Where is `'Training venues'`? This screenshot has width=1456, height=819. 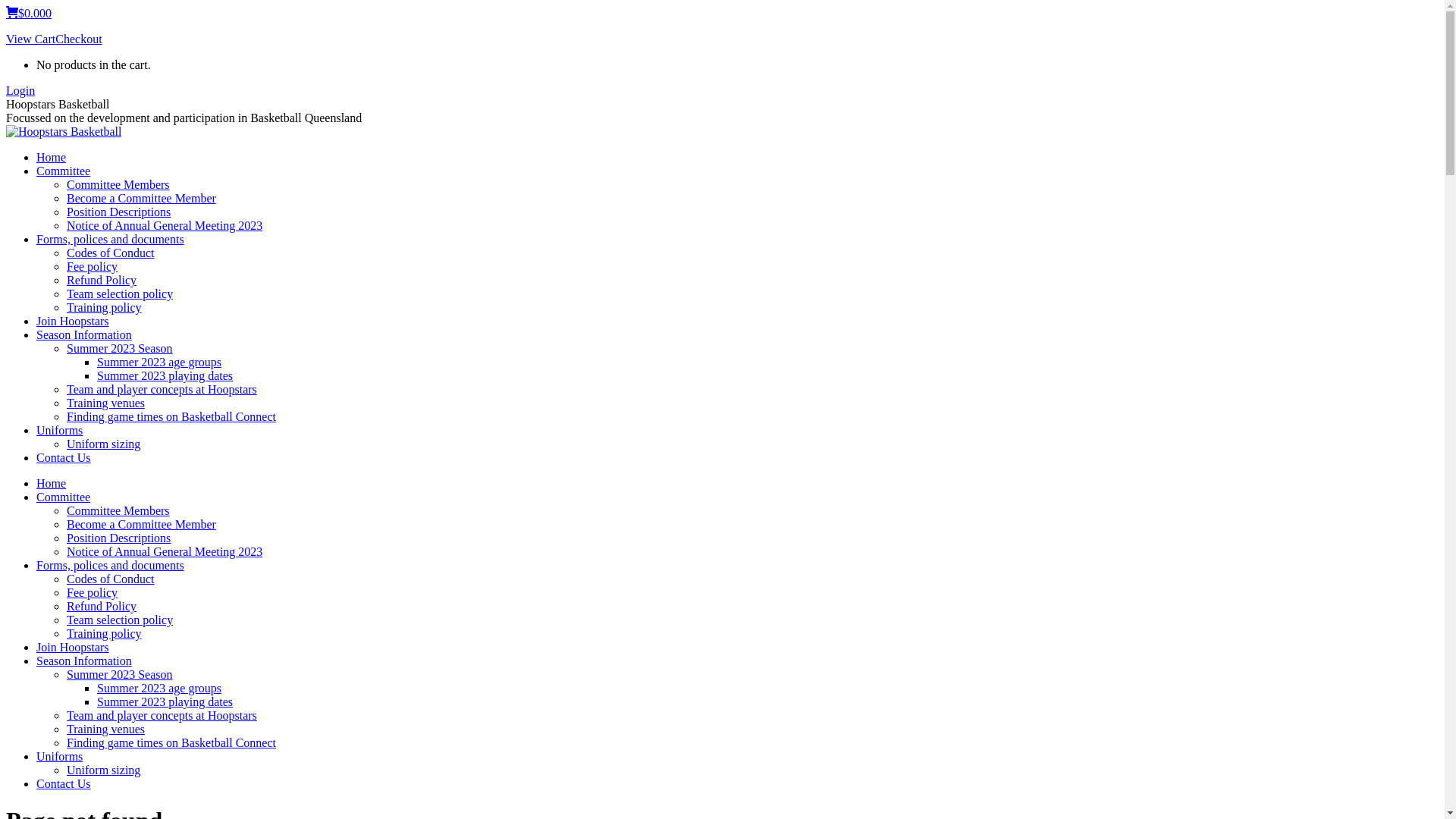
'Training venues' is located at coordinates (105, 402).